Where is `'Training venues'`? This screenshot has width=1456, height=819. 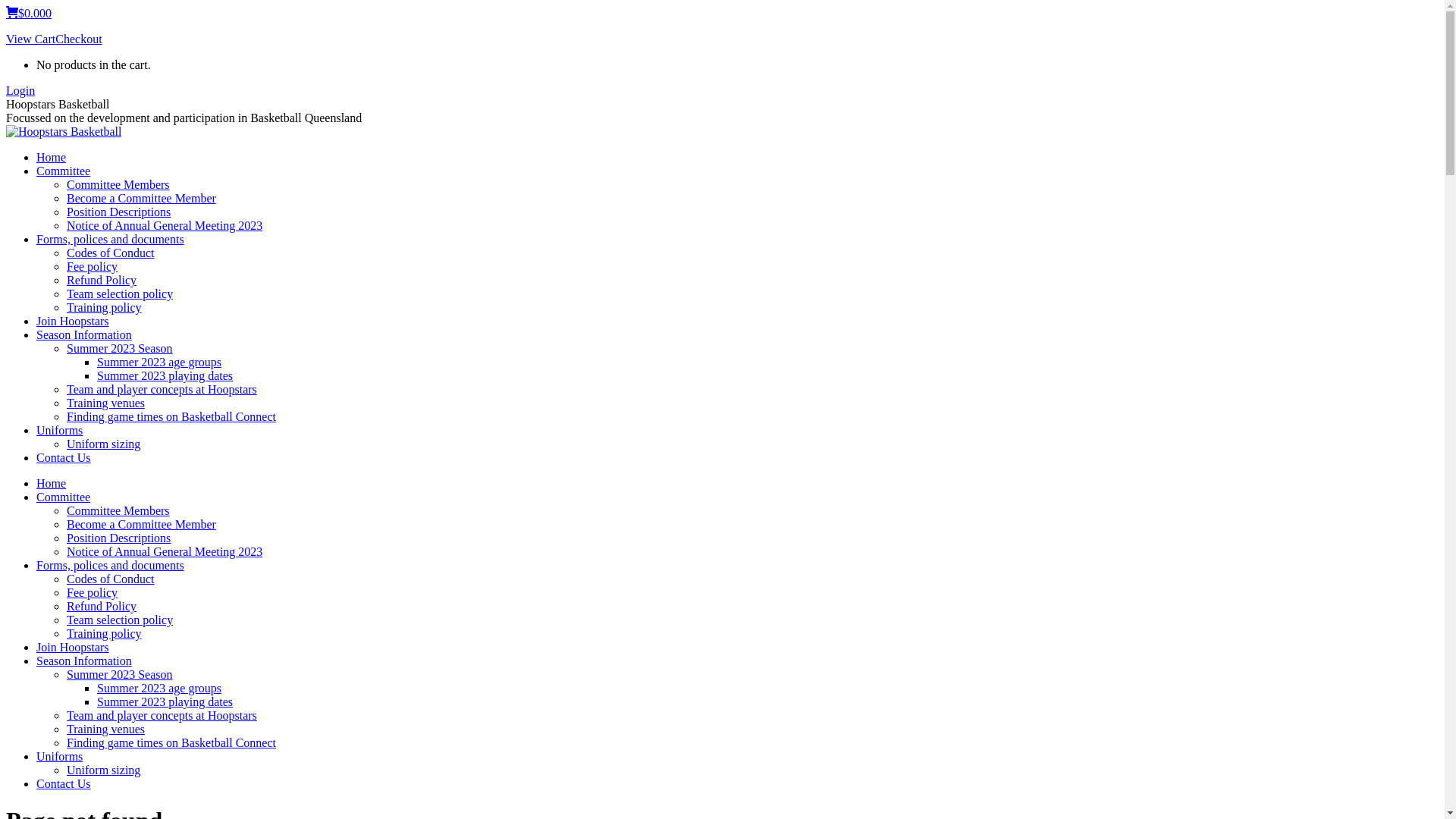
'Training venues' is located at coordinates (105, 402).